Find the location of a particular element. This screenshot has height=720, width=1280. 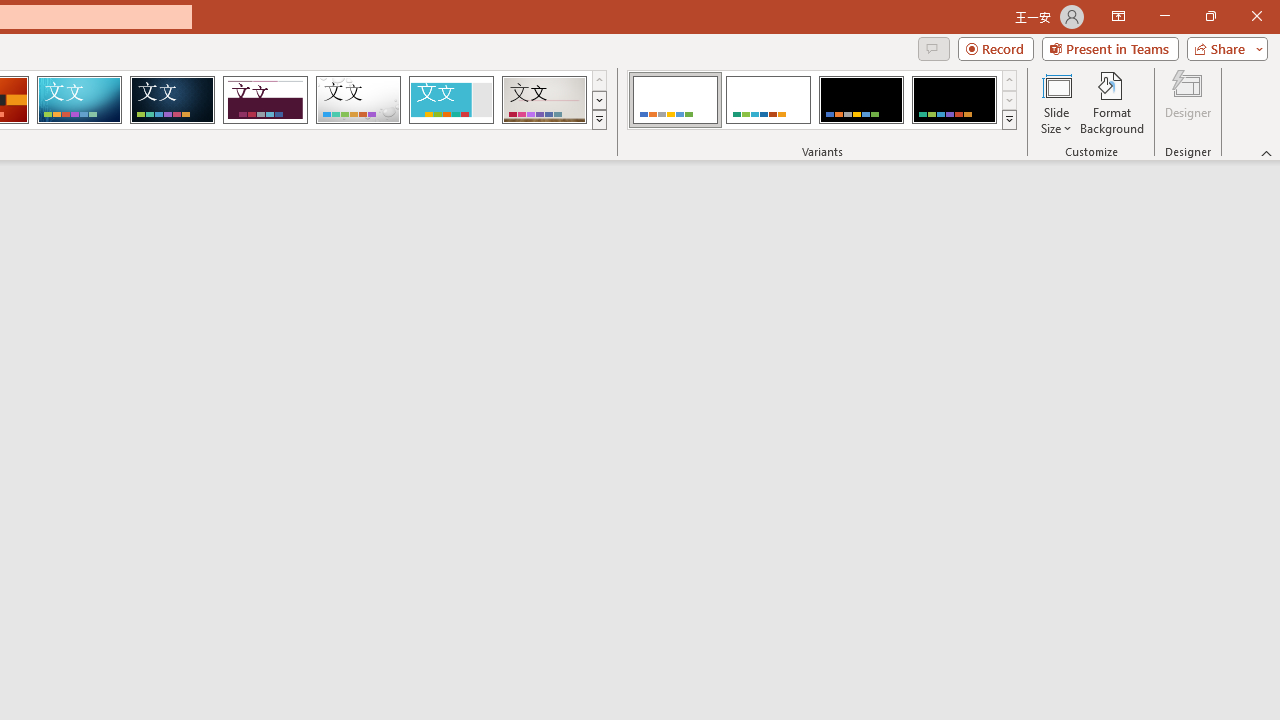

'Droplet Loading Preview...' is located at coordinates (358, 100).